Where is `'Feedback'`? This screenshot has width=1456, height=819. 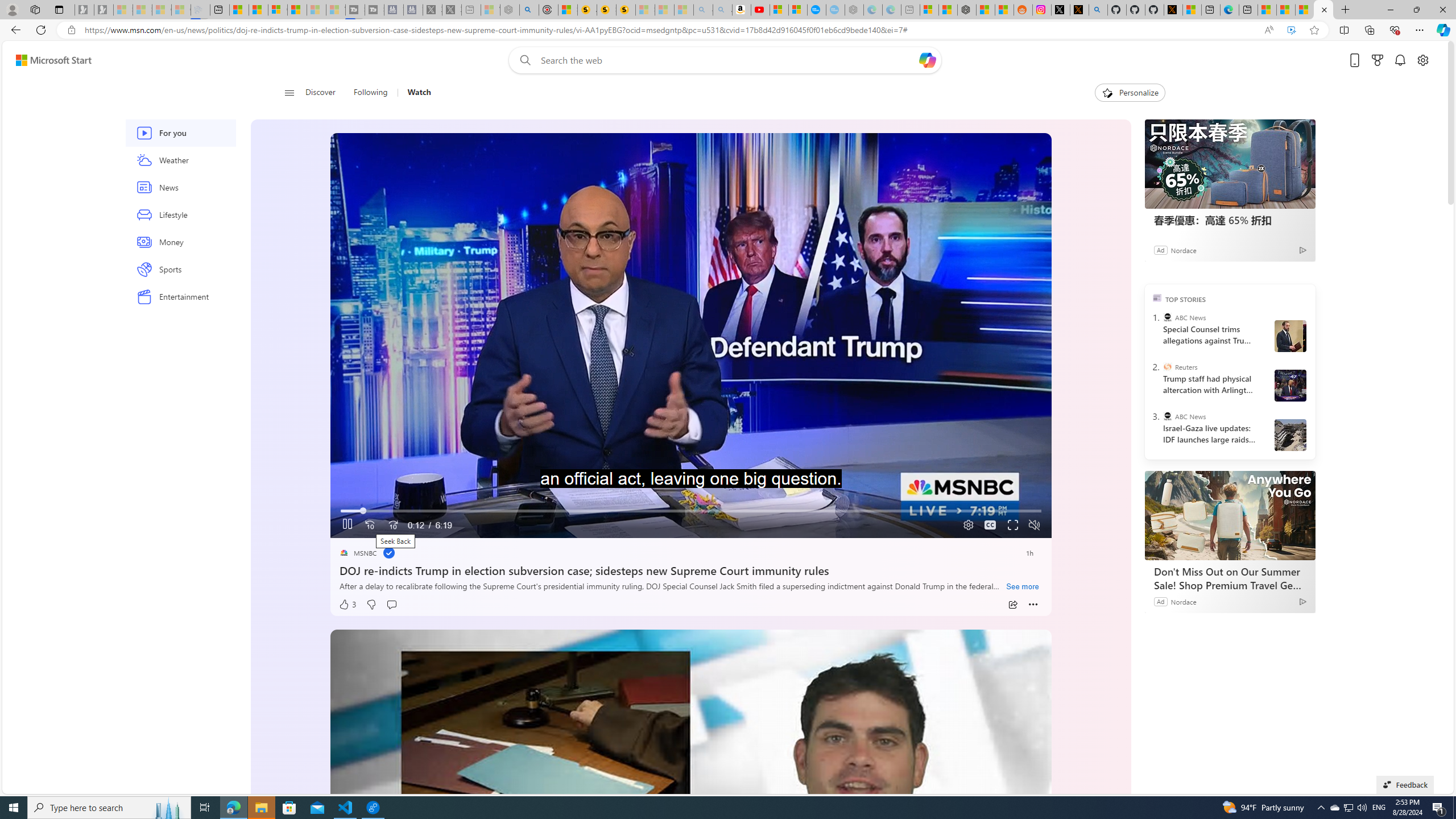 'Feedback' is located at coordinates (1405, 784).